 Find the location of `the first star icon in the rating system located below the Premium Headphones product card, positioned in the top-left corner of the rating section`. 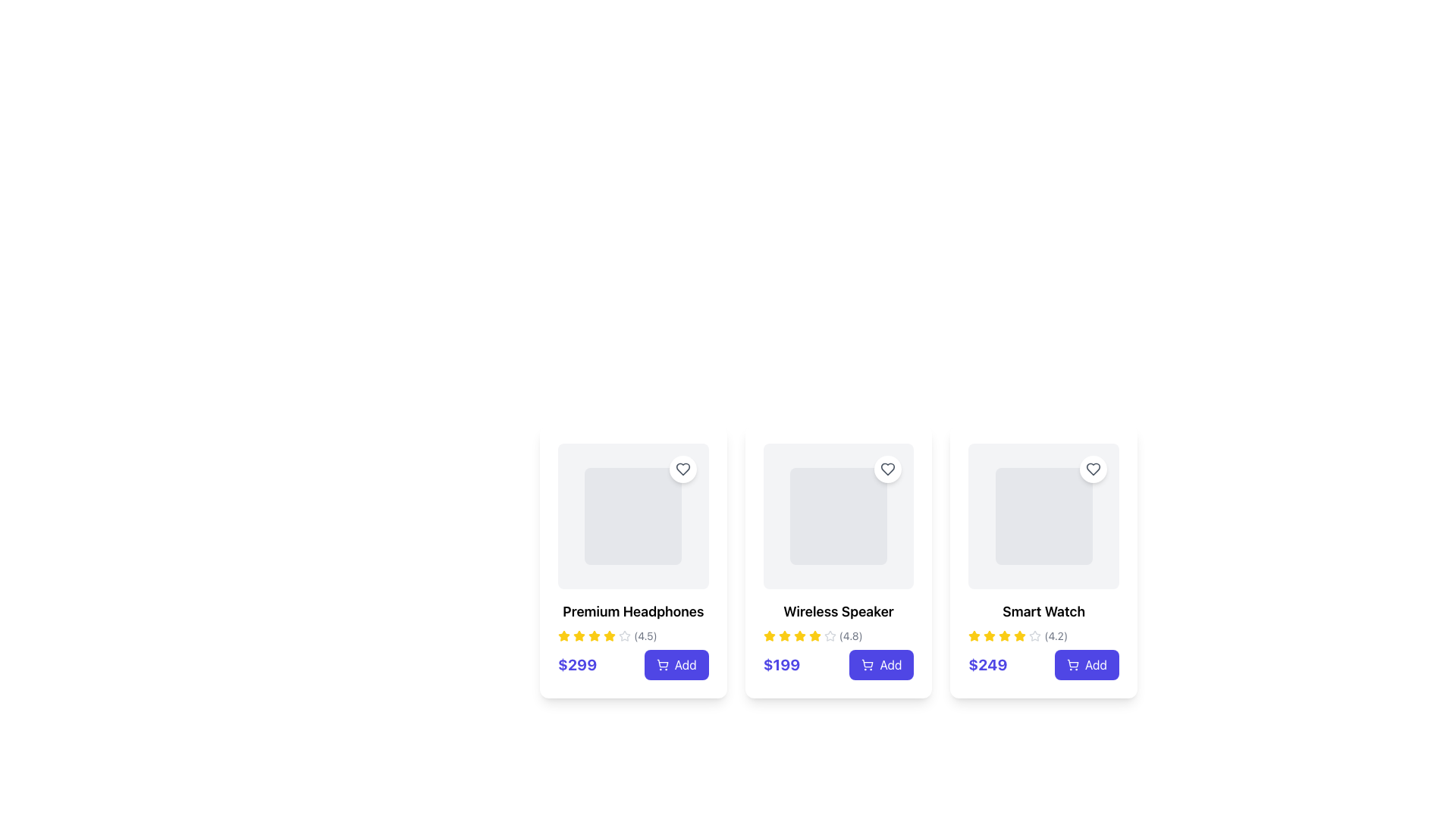

the first star icon in the rating system located below the Premium Headphones product card, positioned in the top-left corner of the rating section is located at coordinates (578, 635).